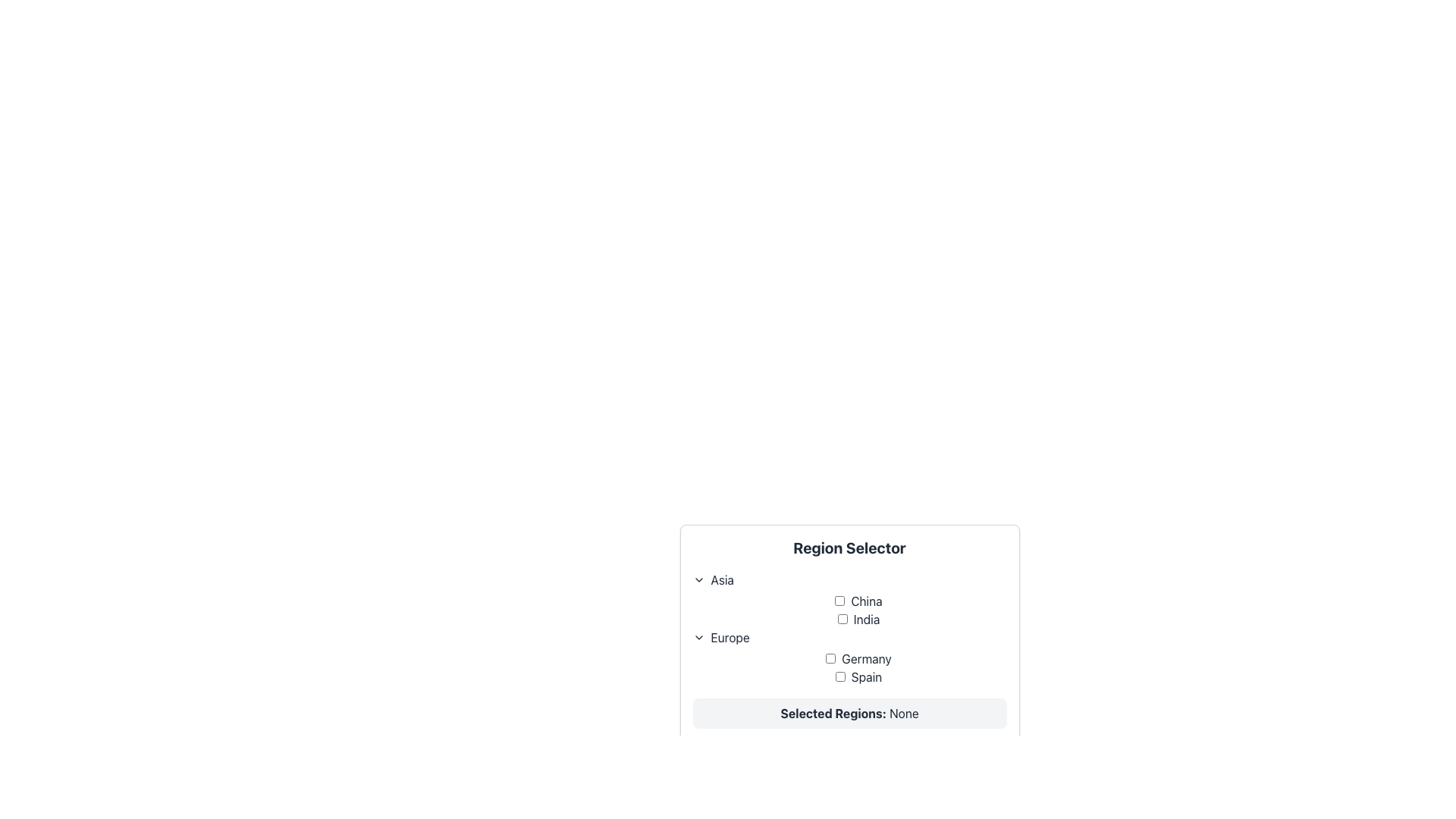 The height and width of the screenshot is (819, 1456). Describe the element at coordinates (858, 676) in the screenshot. I see `the 'Spain' checkbox in the 'Region Selector' panel to potentially display a tooltip` at that location.